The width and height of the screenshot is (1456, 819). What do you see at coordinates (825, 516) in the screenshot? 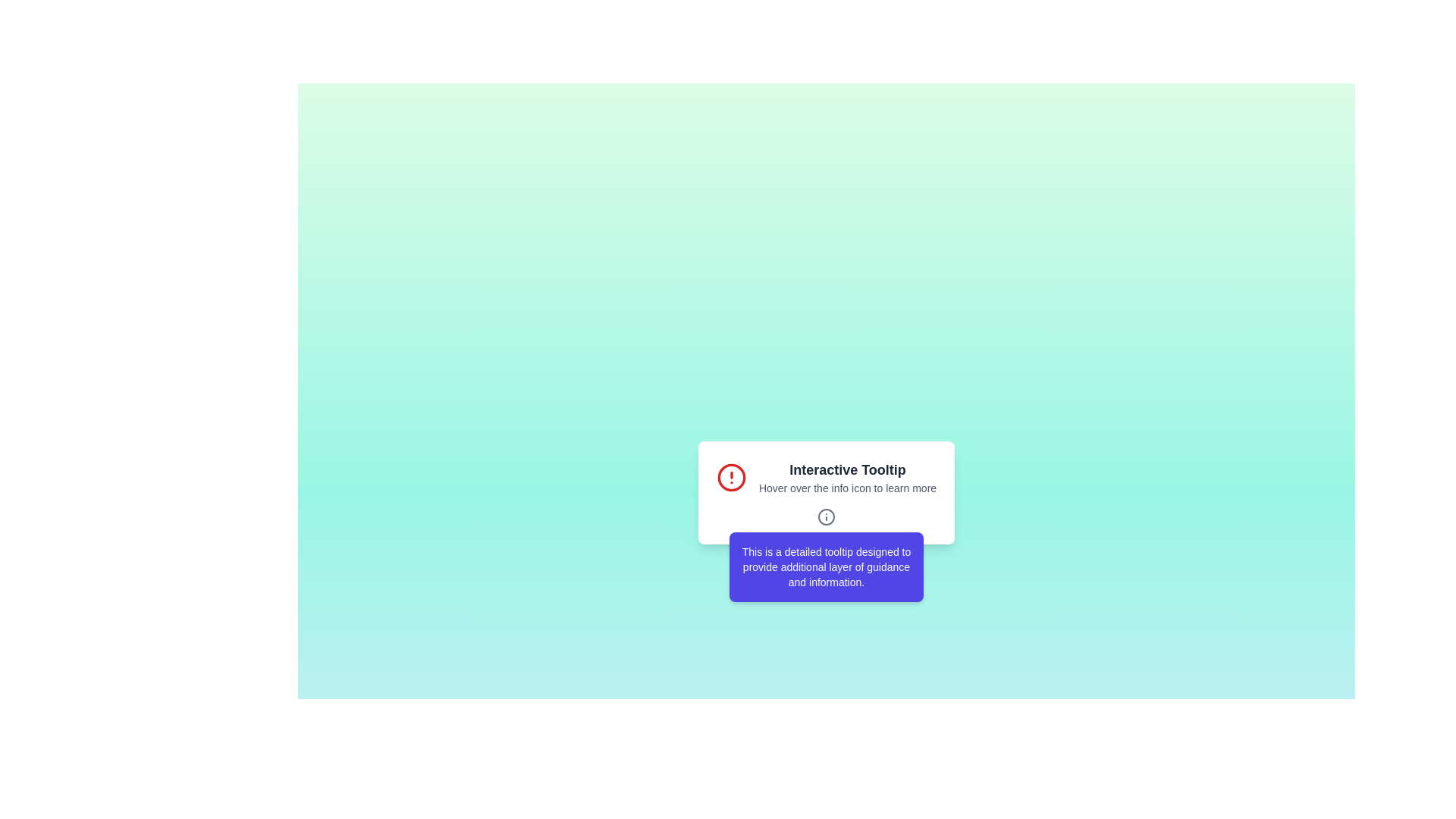
I see `the informational icon represented by the SVG Circle located within the tooltip panel under the title 'Interactive Tooltip'` at bounding box center [825, 516].